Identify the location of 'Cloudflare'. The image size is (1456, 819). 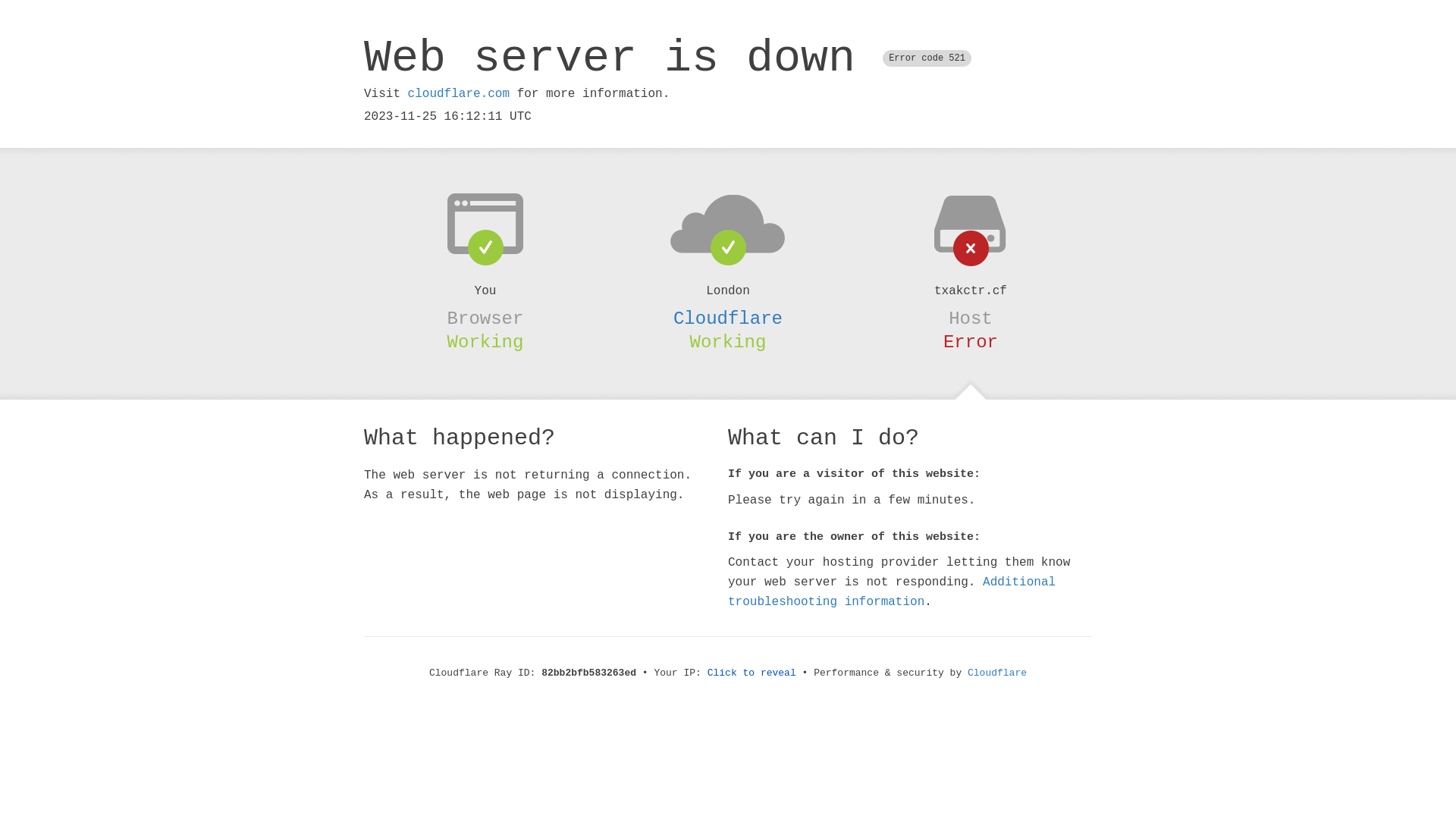
(728, 318).